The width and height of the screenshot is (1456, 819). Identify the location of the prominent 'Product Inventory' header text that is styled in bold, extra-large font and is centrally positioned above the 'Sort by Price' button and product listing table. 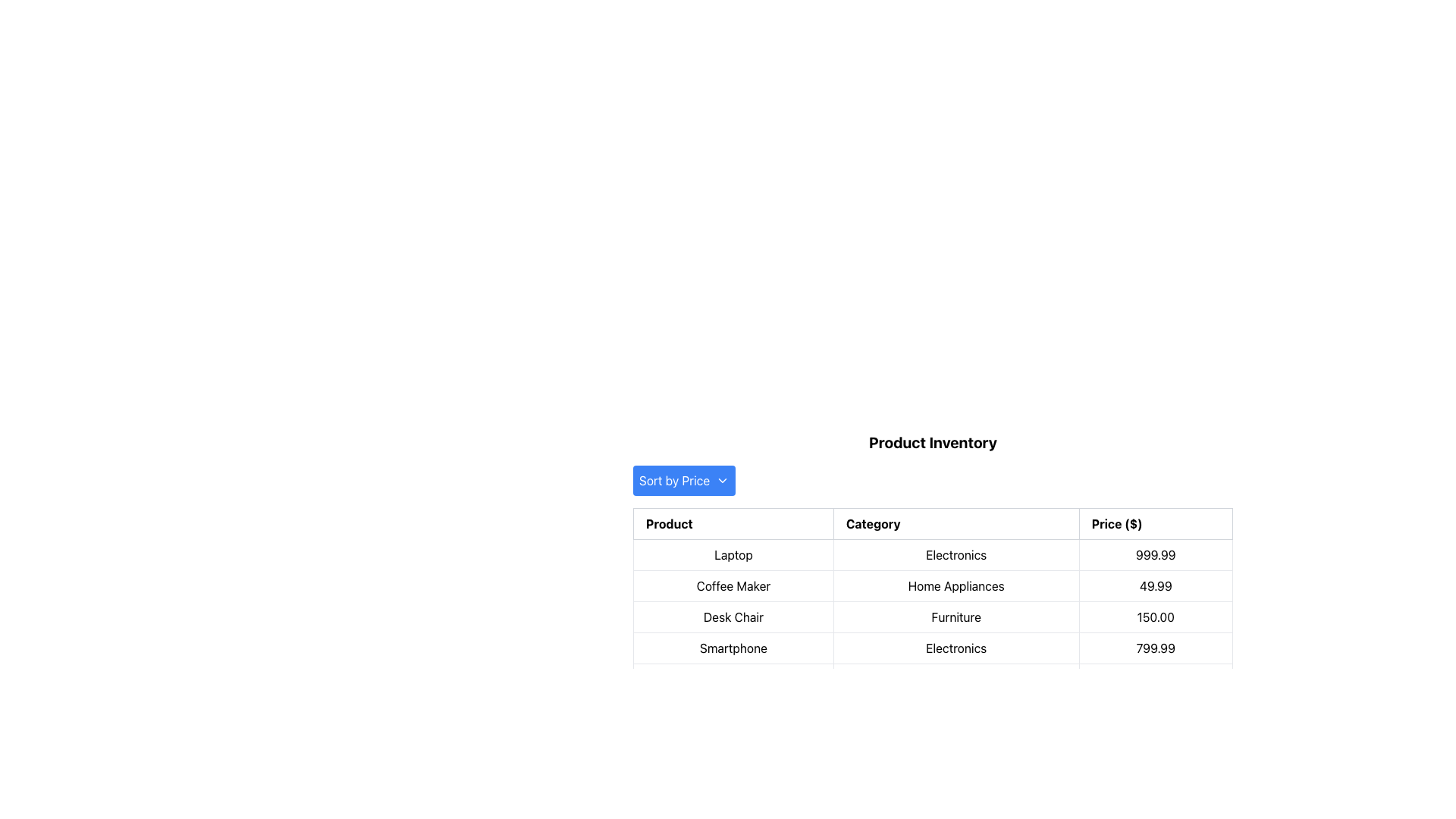
(932, 442).